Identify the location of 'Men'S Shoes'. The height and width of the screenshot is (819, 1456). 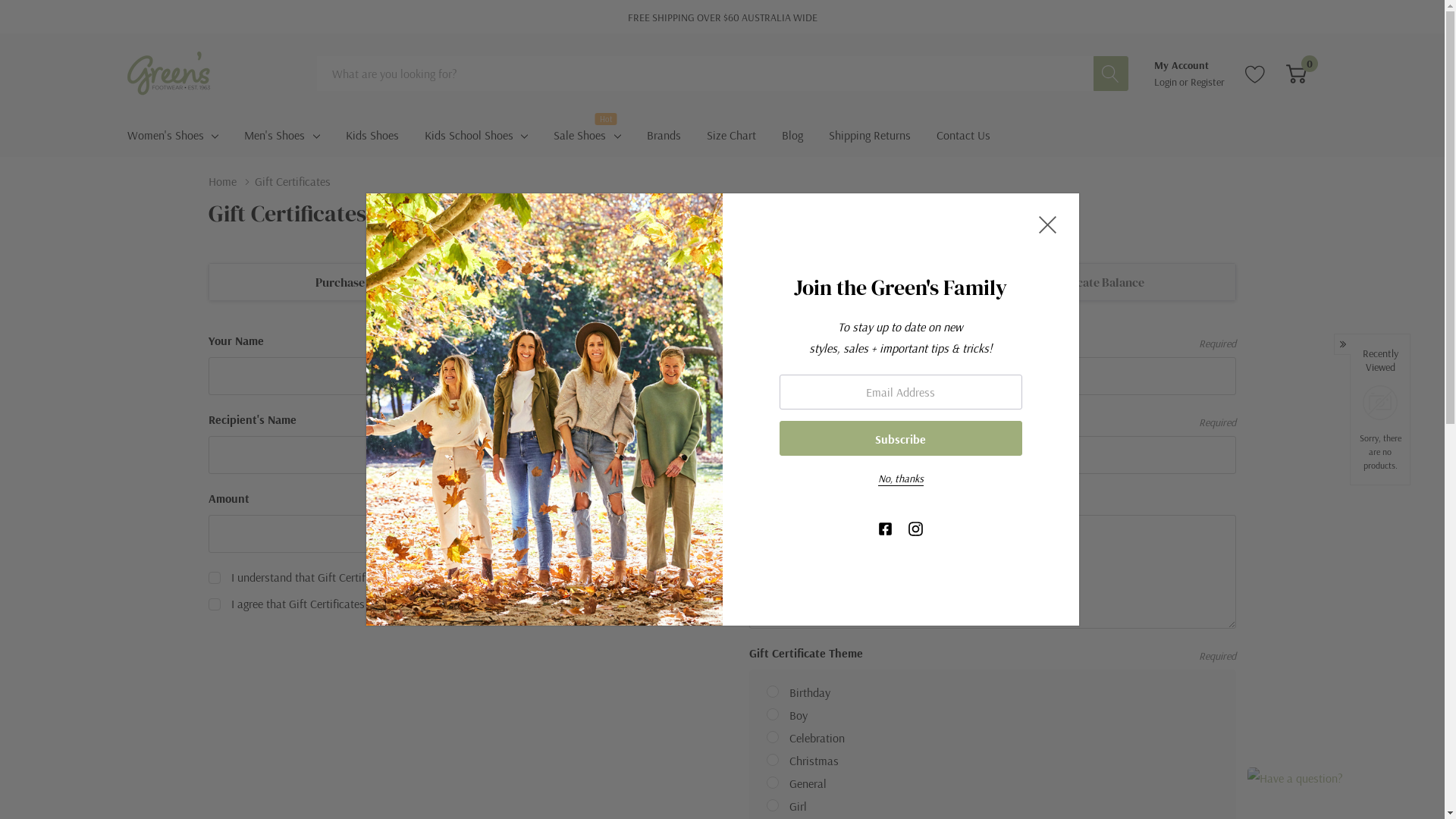
(274, 133).